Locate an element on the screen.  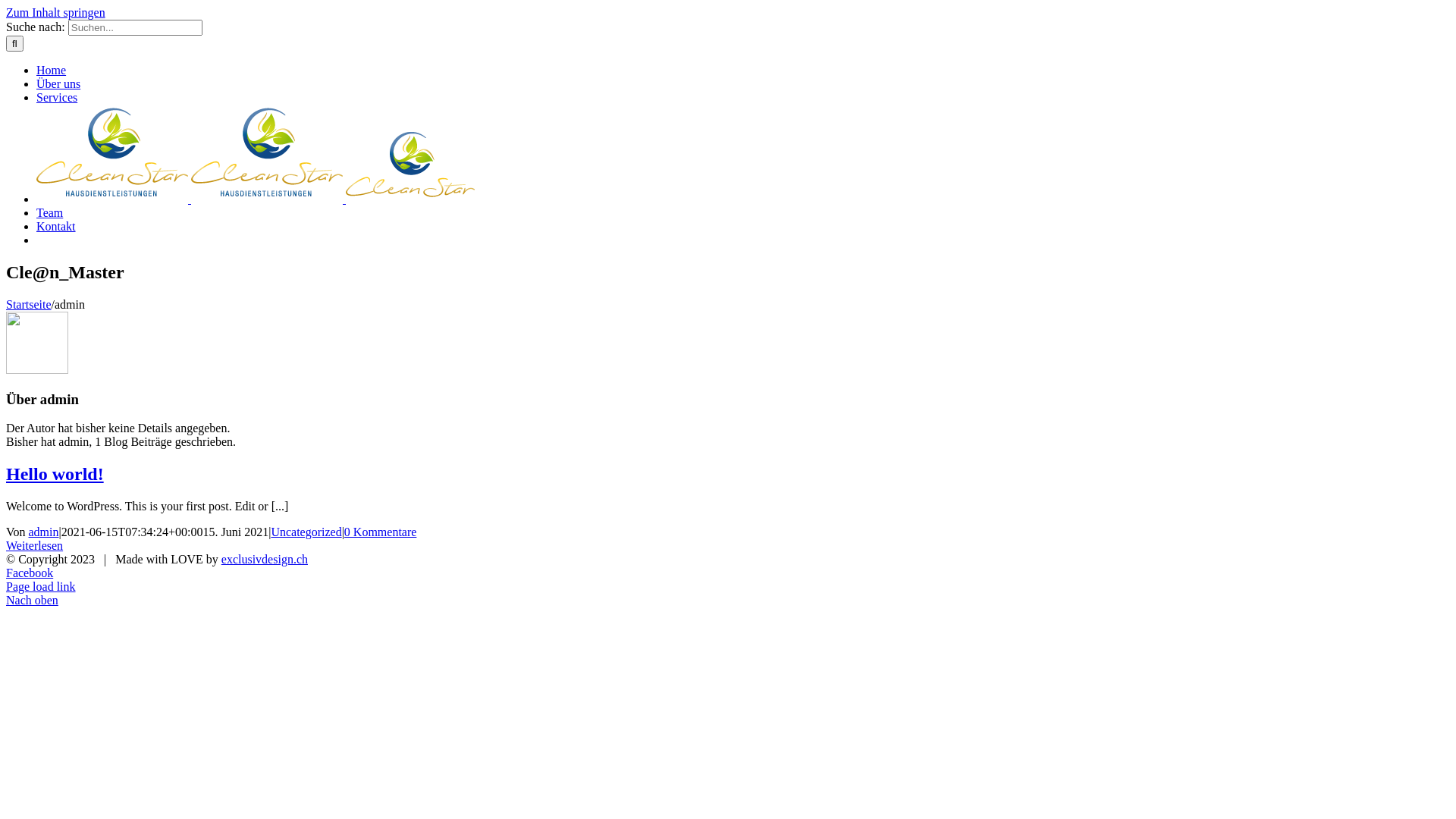
'0 Kommentare' is located at coordinates (381, 531).